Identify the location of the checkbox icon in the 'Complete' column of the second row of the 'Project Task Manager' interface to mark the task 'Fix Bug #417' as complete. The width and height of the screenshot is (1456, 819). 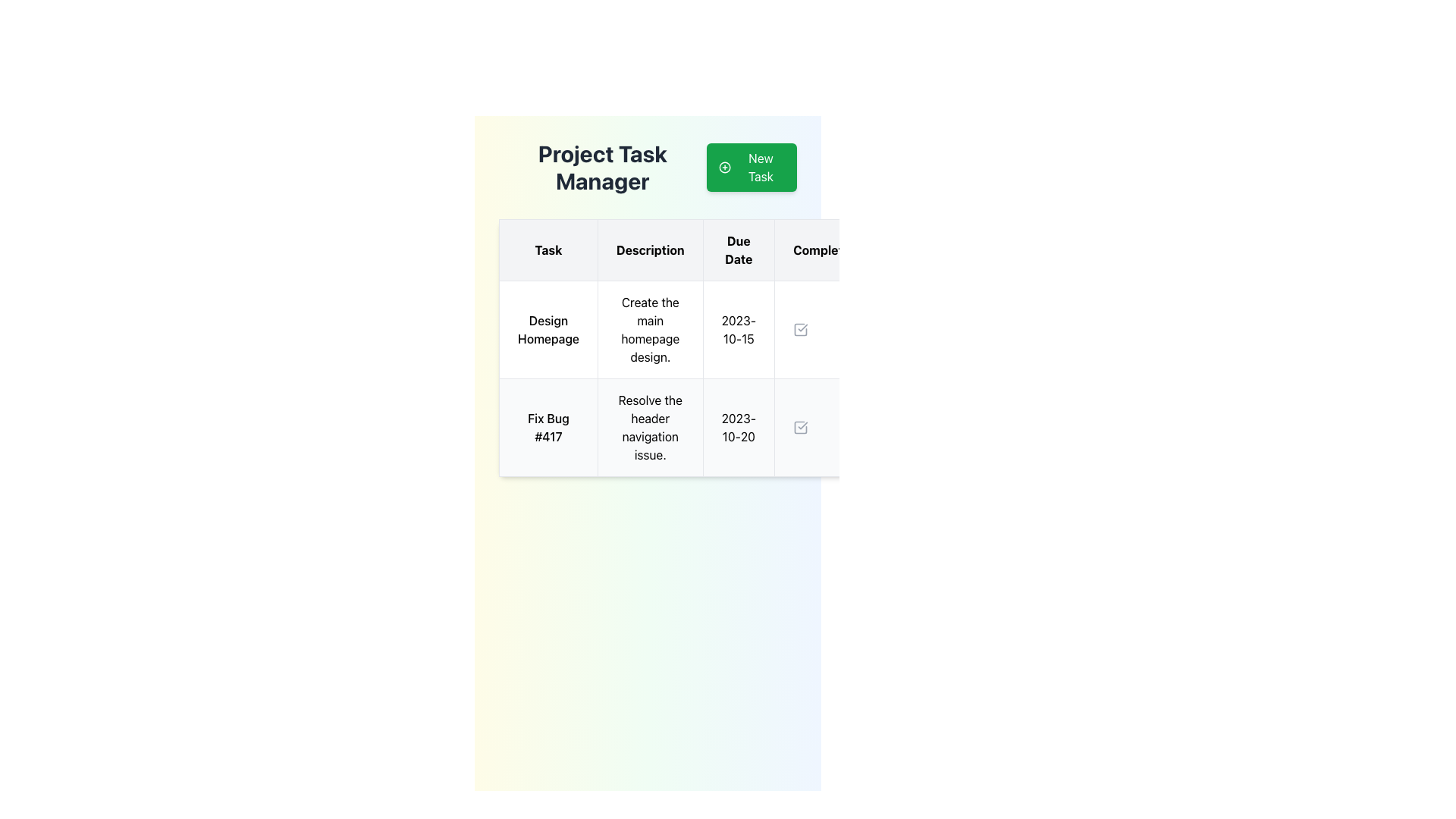
(800, 427).